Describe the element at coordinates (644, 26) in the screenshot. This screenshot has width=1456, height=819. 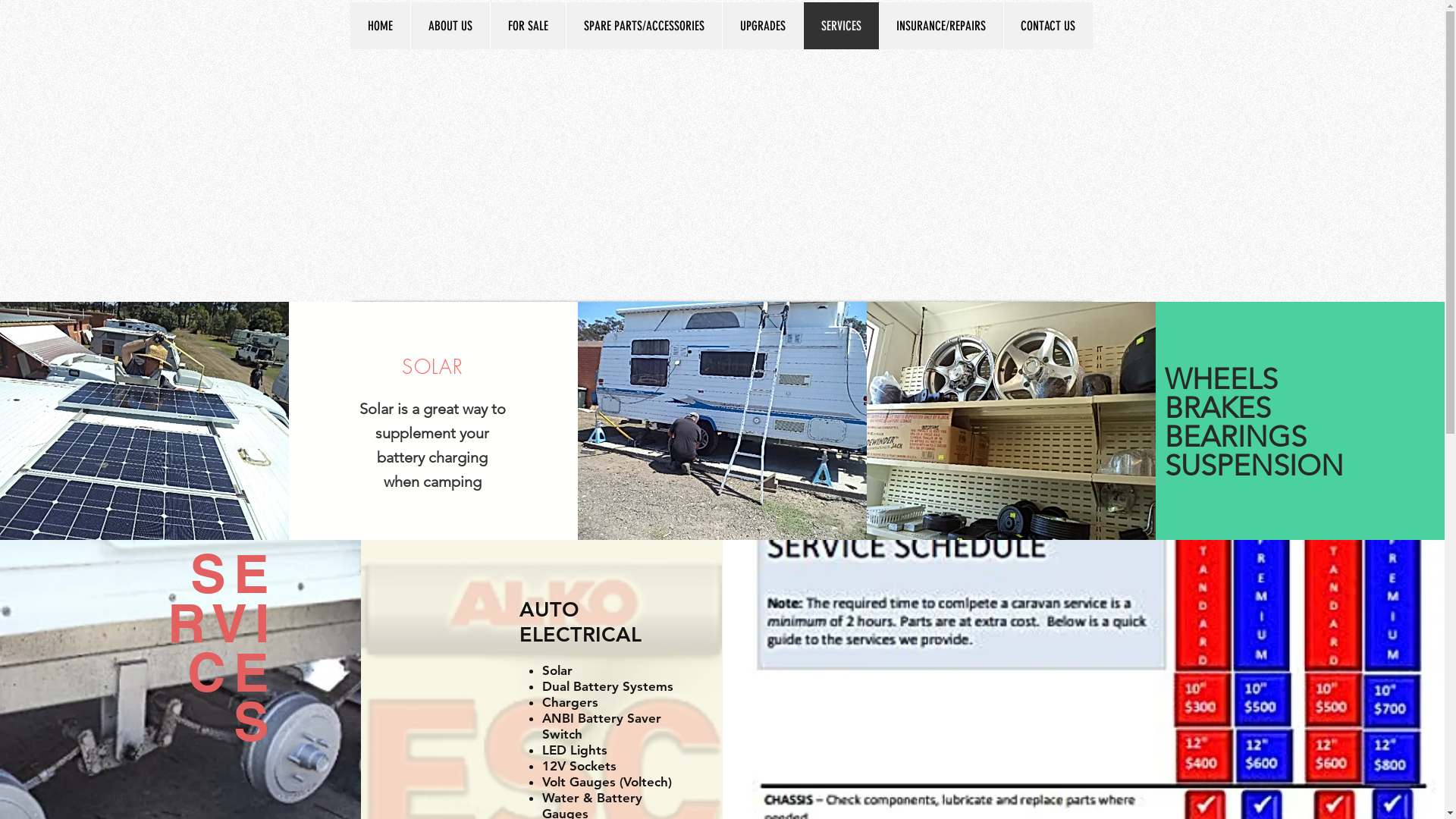
I see `'SPARE PARTS/ACCESSORIES'` at that location.